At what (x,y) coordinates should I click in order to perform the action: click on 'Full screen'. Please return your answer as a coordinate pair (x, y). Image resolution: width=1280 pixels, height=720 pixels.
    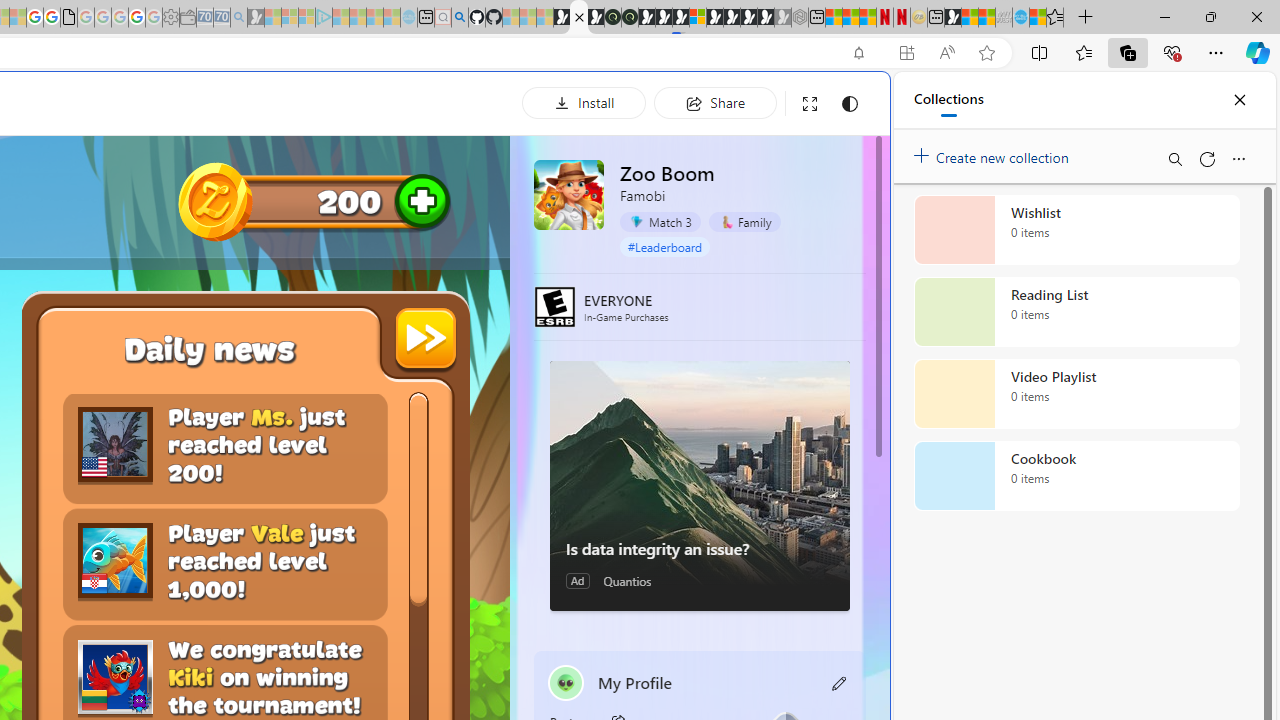
    Looking at the image, I should click on (810, 103).